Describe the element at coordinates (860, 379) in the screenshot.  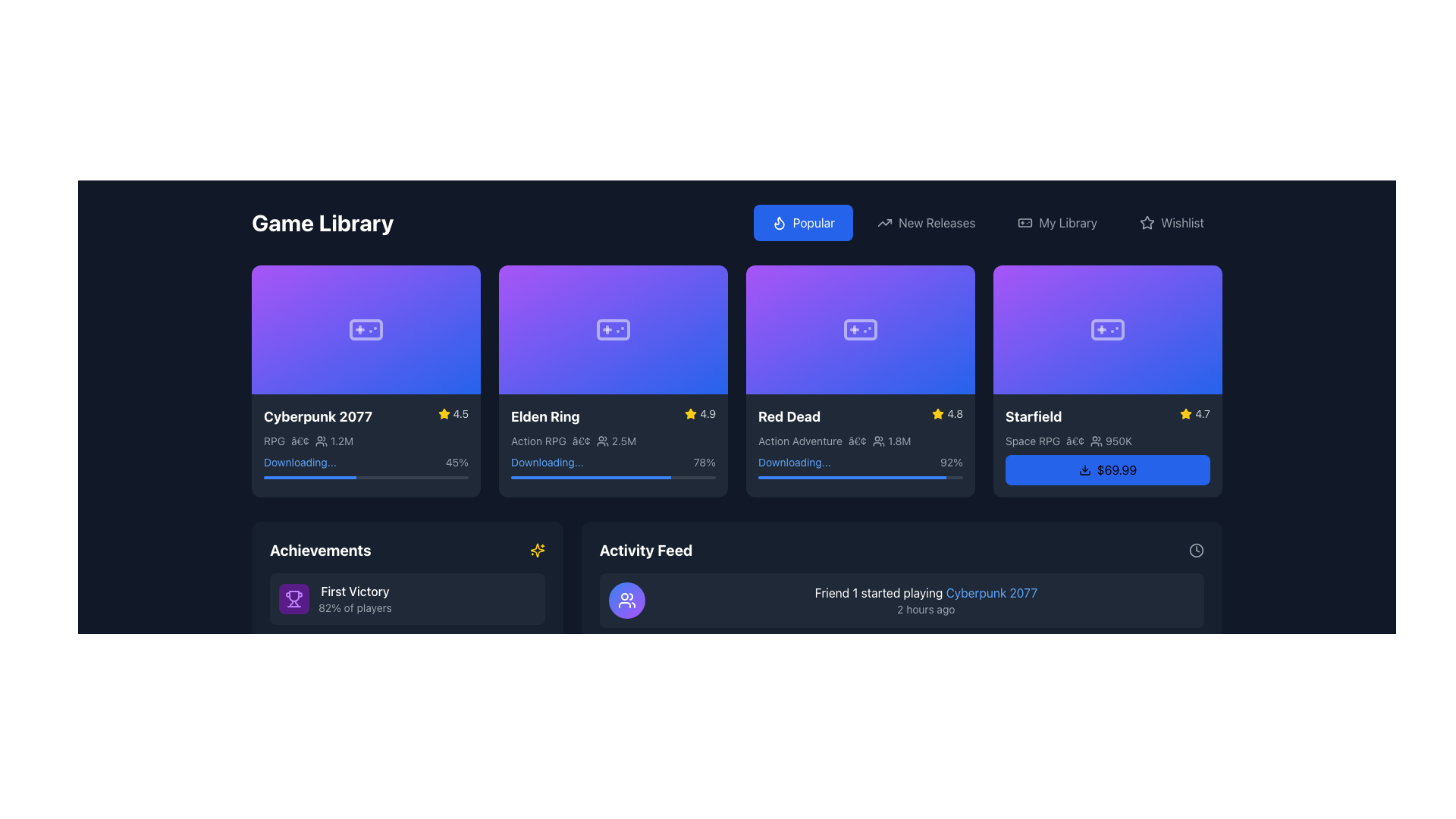
I see `the third card in the horizontal grid under the 'Popular' tab, which features a purple` at that location.